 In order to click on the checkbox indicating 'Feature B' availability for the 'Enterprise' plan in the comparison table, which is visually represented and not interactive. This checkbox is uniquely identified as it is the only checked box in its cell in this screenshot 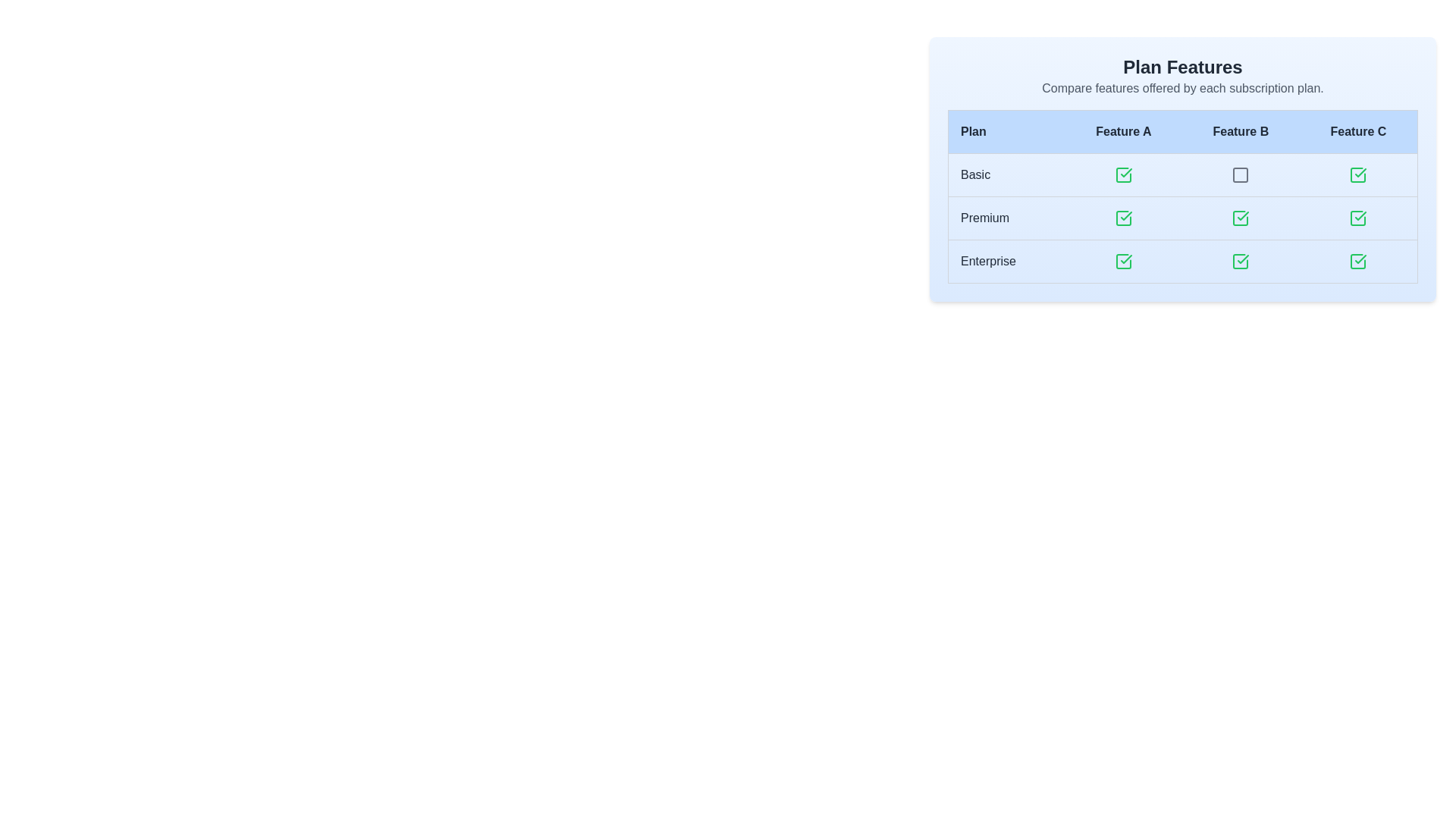, I will do `click(1241, 260)`.